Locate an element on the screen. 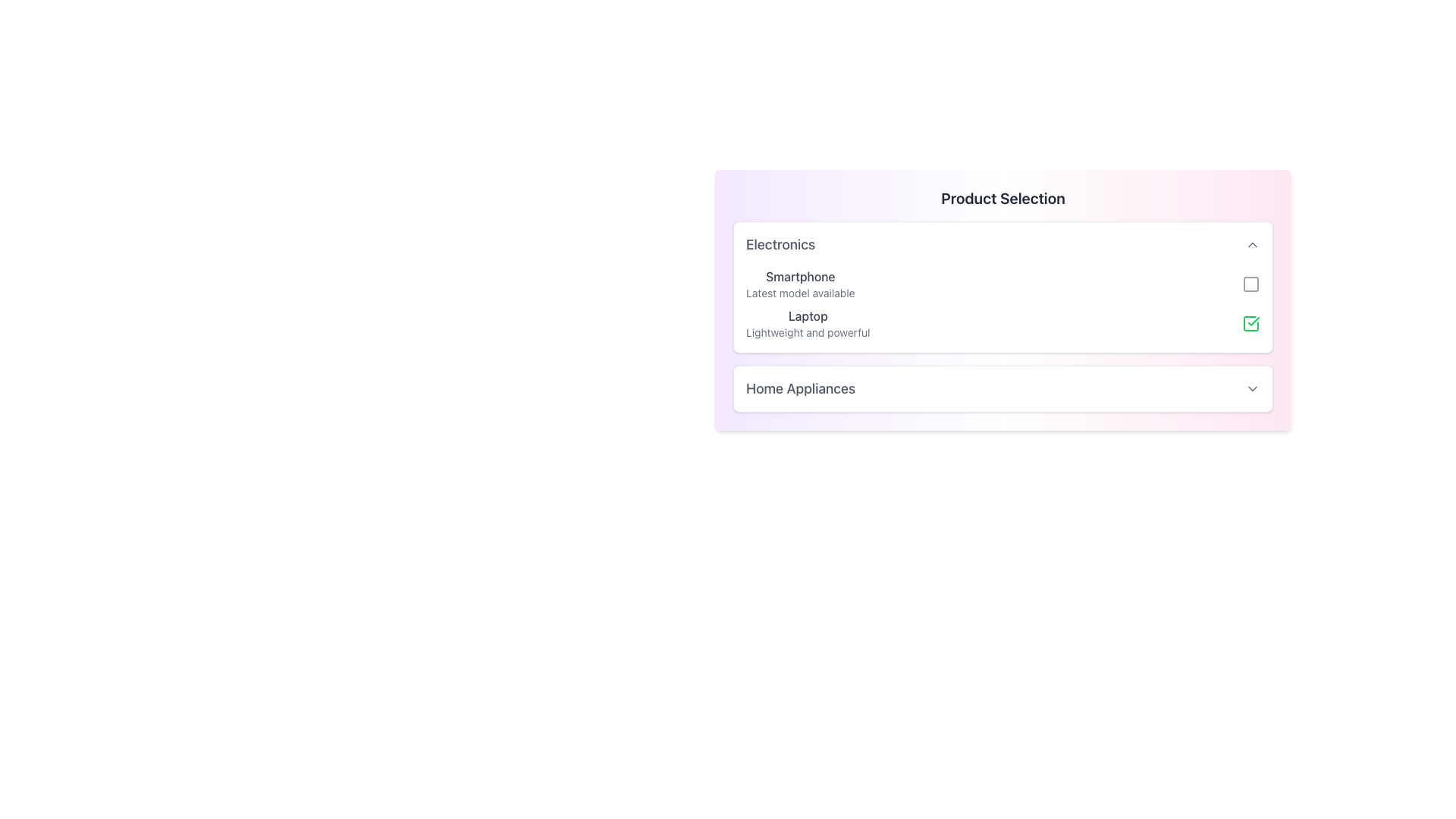 The height and width of the screenshot is (819, 1456). the checkbox for 'Laptop' is located at coordinates (1251, 323).